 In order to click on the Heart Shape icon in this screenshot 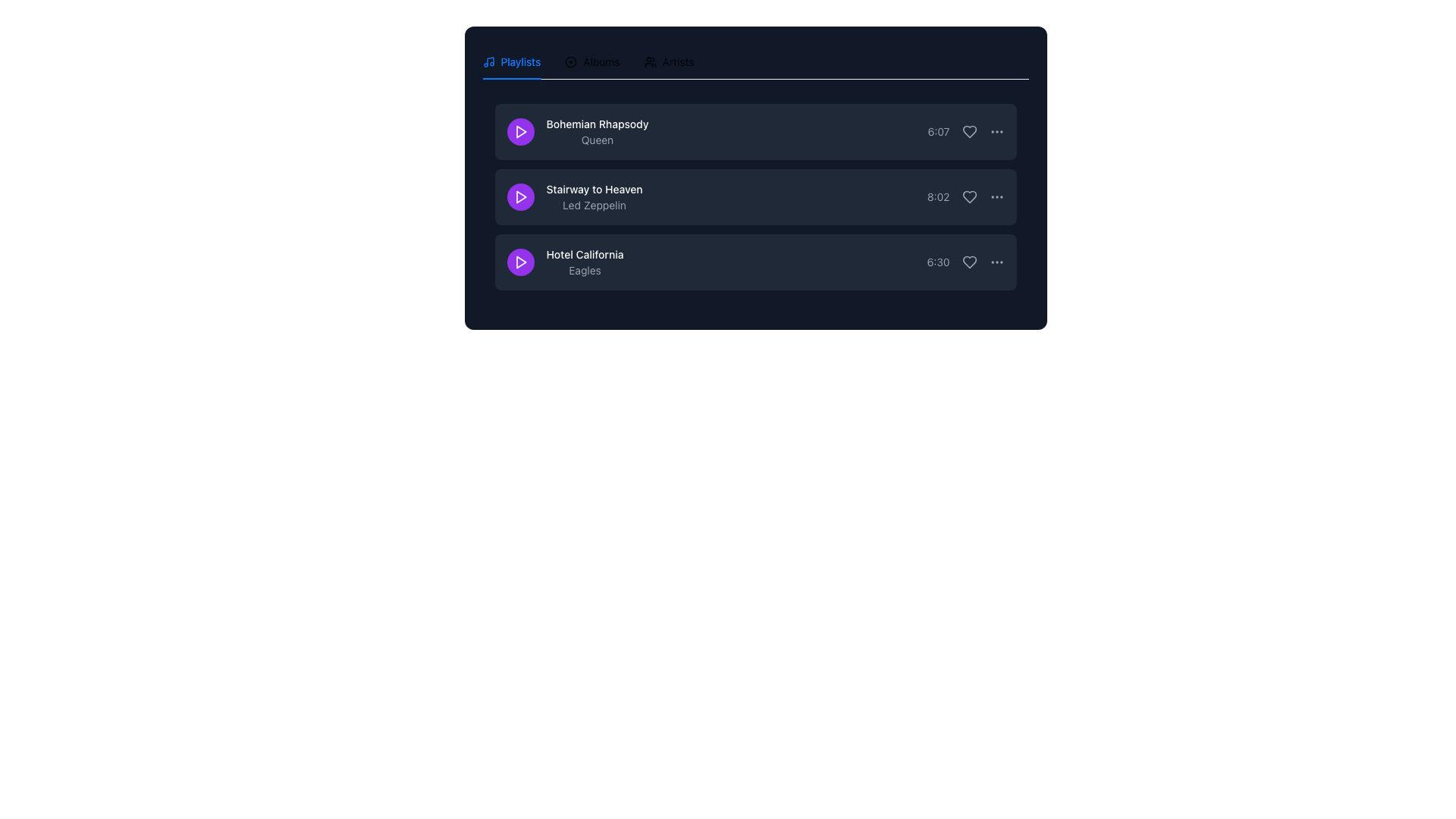, I will do `click(968, 196)`.